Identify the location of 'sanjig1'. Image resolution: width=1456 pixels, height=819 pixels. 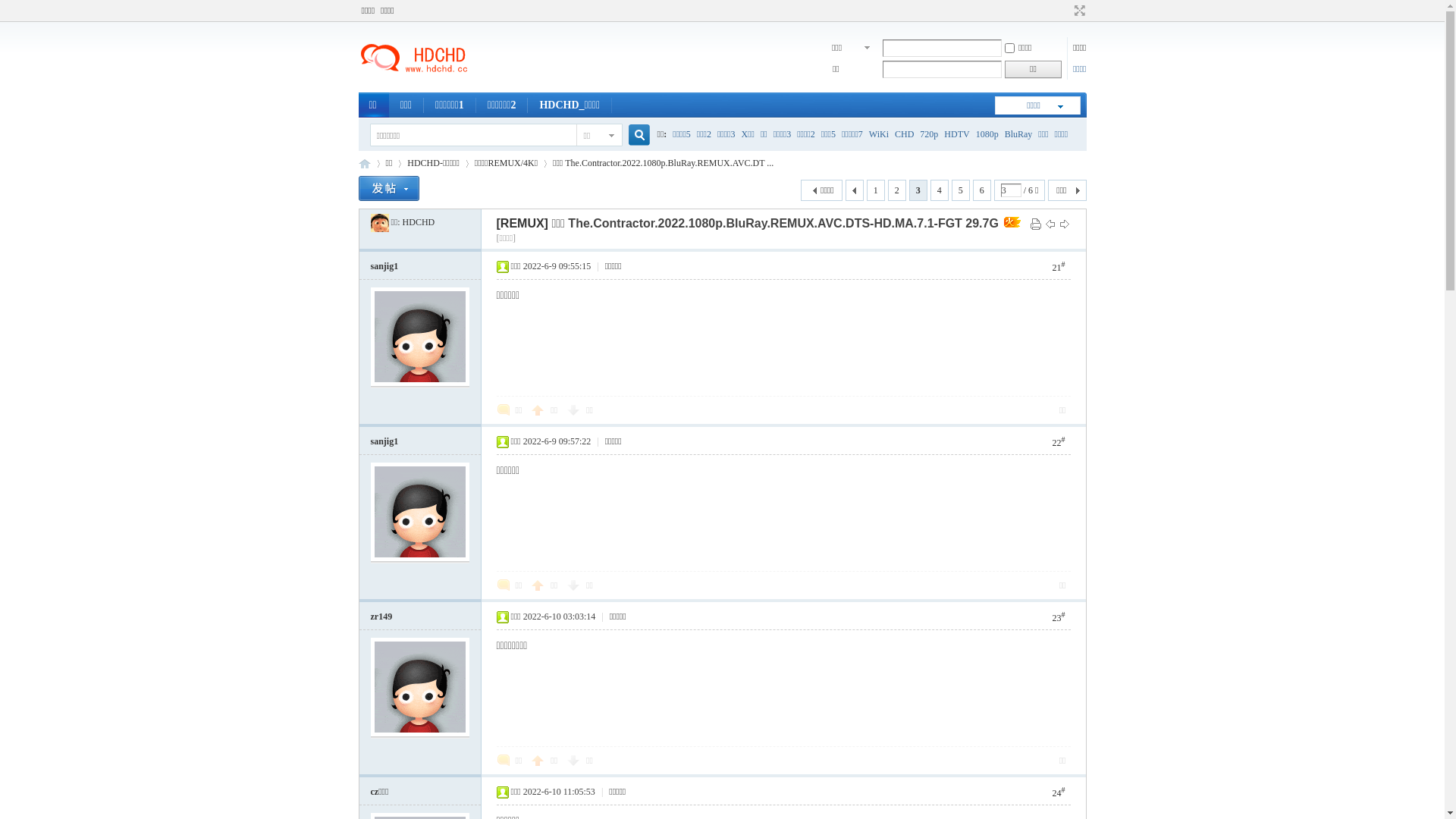
(384, 265).